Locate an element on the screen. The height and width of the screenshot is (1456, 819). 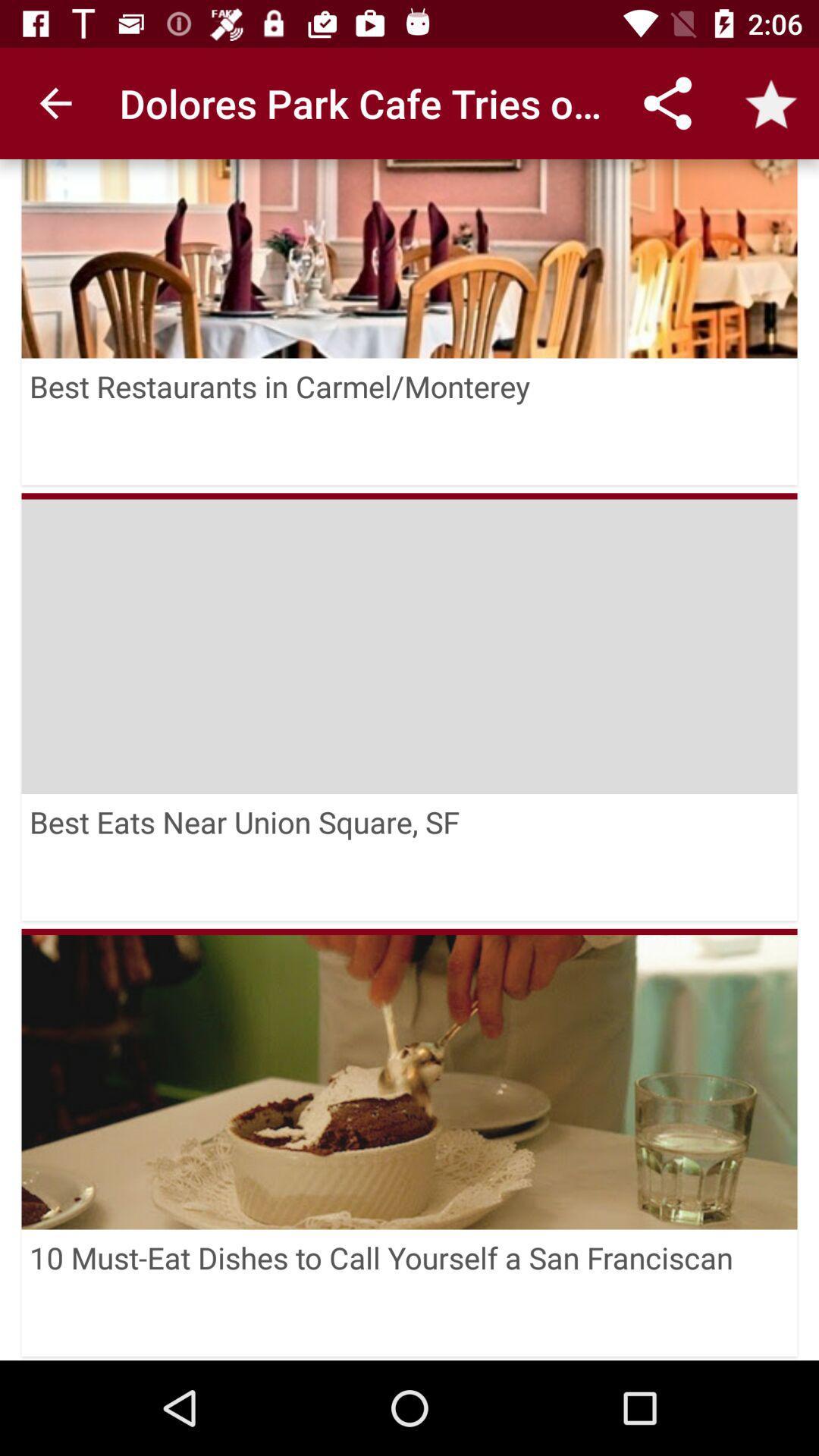
icon below the best restaurants in is located at coordinates (409, 643).